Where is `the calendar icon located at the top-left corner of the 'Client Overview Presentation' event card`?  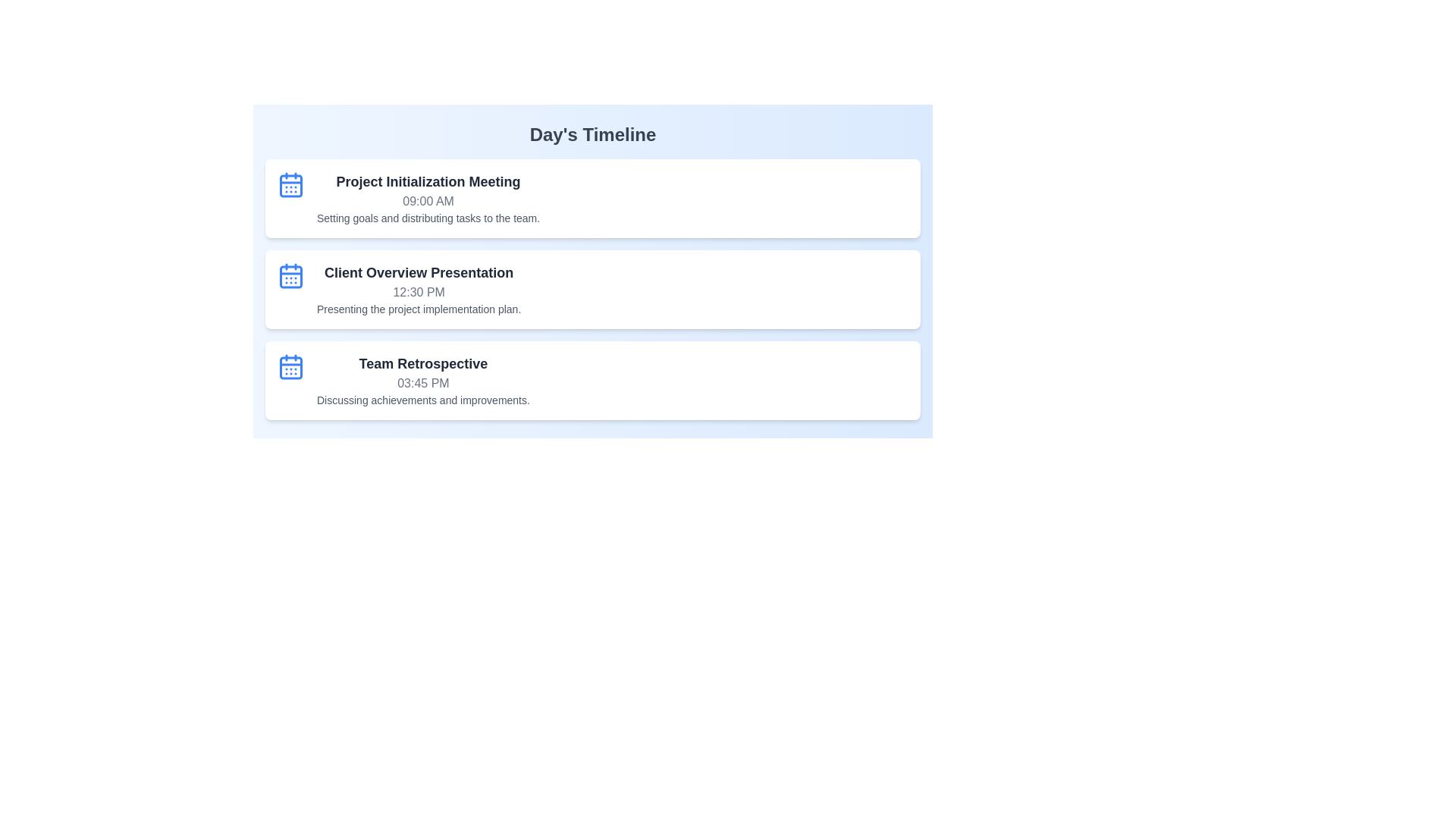
the calendar icon located at the top-left corner of the 'Client Overview Presentation' event card is located at coordinates (291, 275).